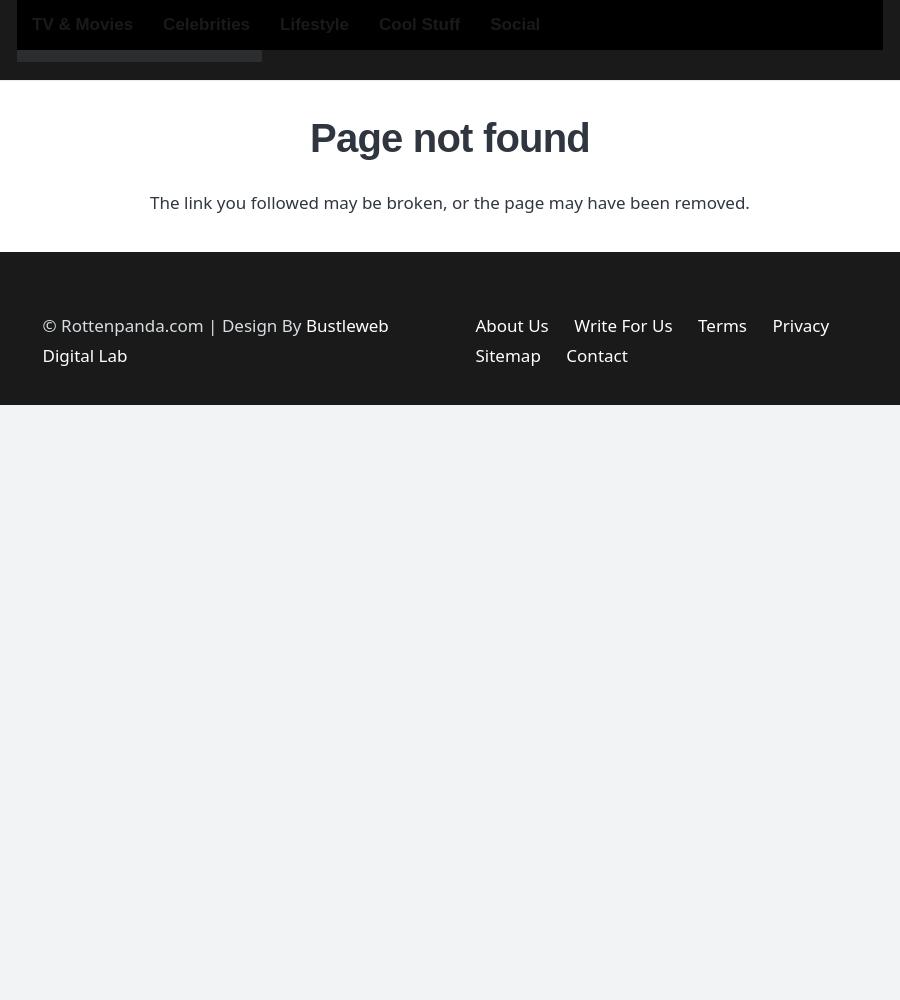 The width and height of the screenshot is (900, 1000). I want to click on 'About Us', so click(510, 324).